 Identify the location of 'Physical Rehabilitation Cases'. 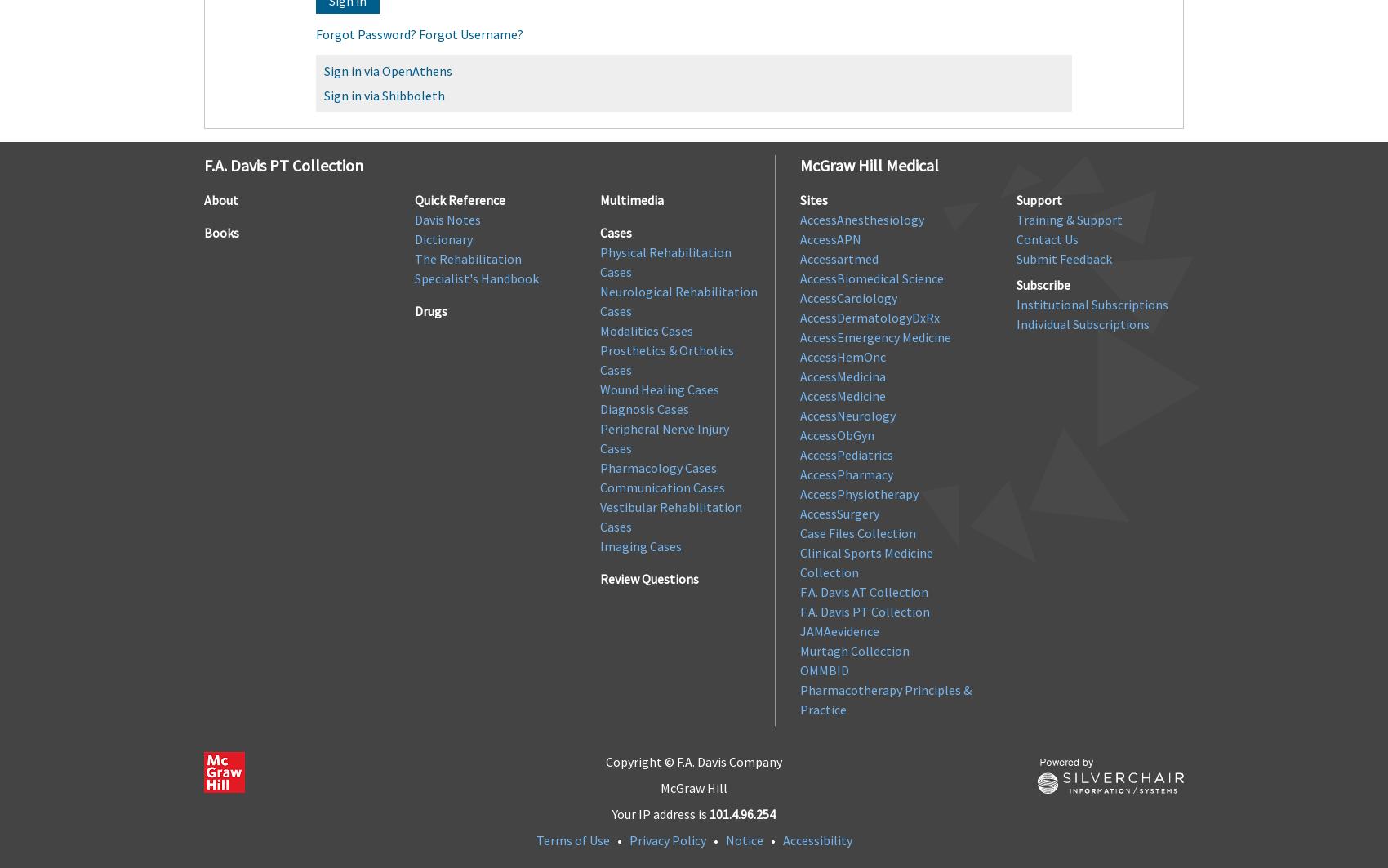
(600, 260).